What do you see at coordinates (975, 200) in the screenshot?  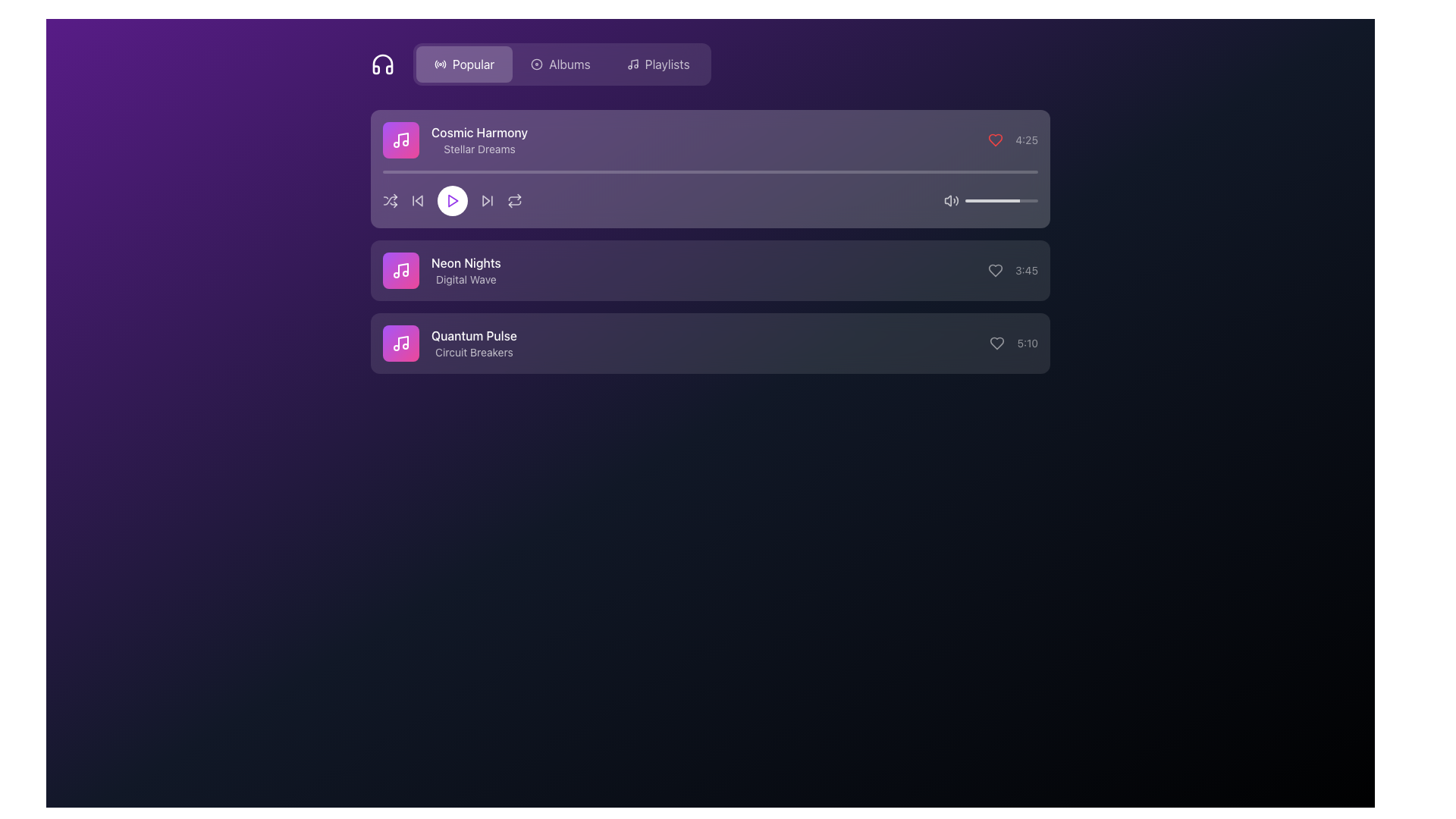 I see `the slider` at bounding box center [975, 200].